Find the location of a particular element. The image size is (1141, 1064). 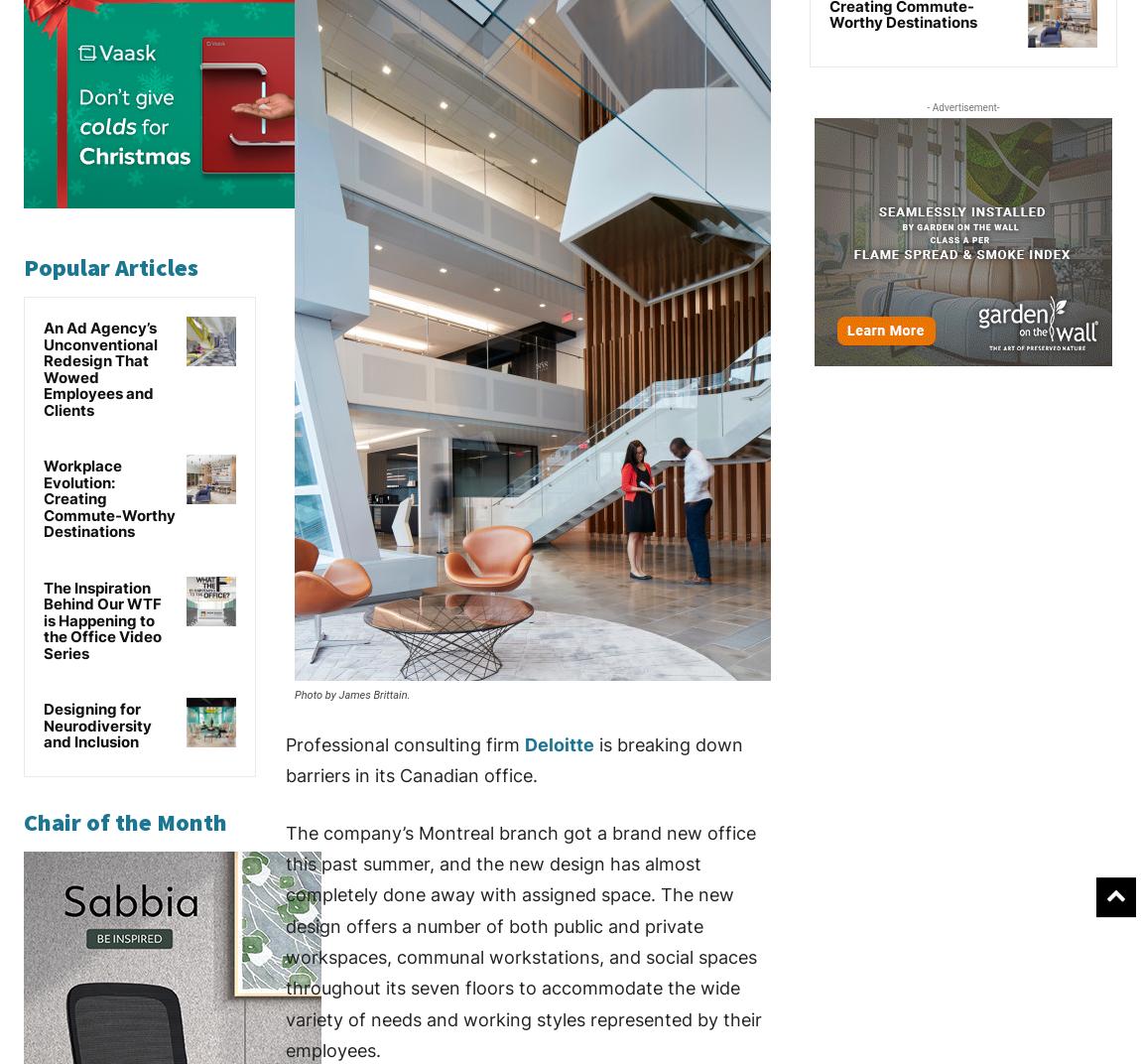

'Designing for Neurodiversity and Inclusion' is located at coordinates (96, 724).